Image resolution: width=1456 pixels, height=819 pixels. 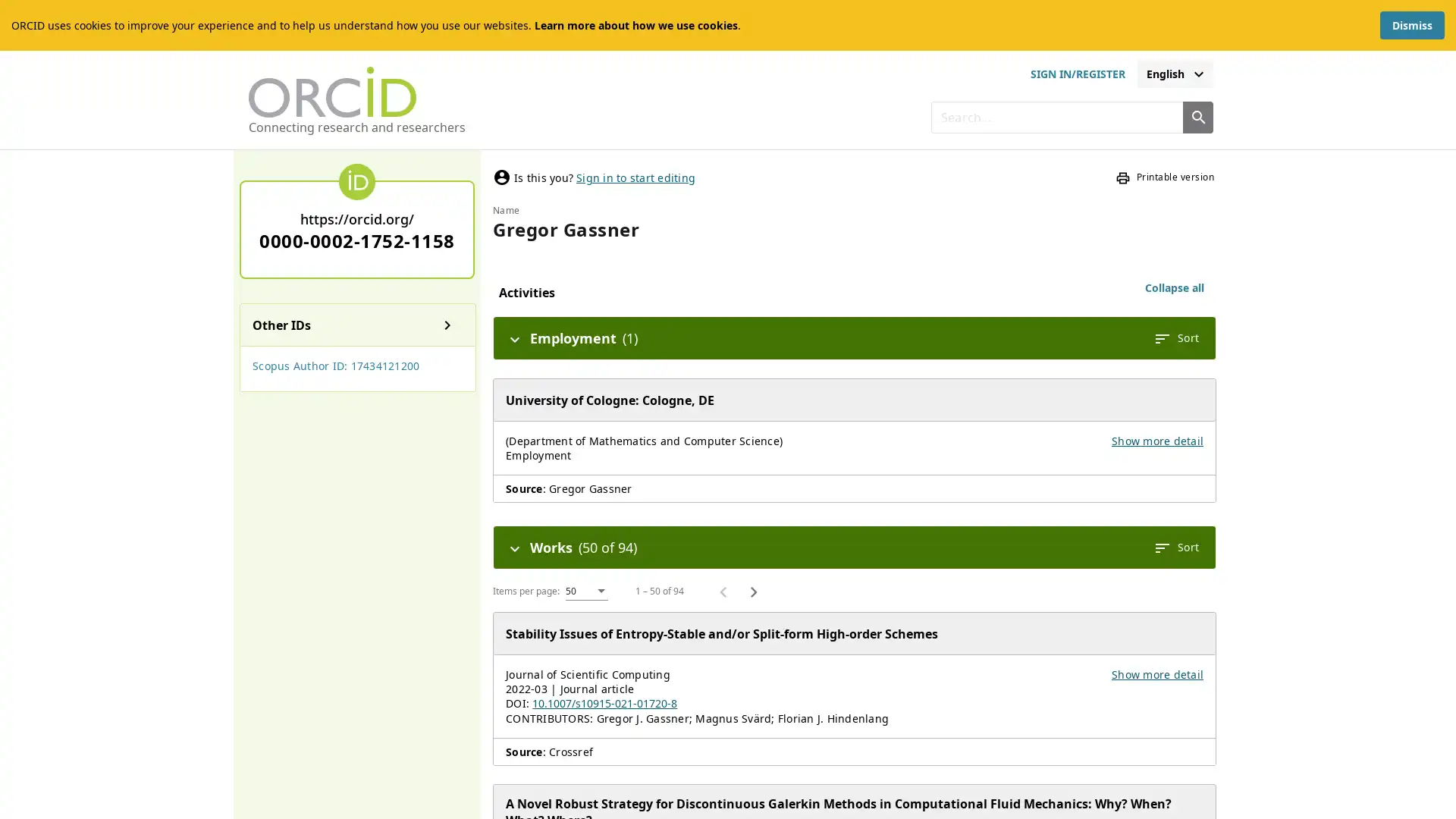 What do you see at coordinates (1156, 441) in the screenshot?
I see `Show more detail` at bounding box center [1156, 441].